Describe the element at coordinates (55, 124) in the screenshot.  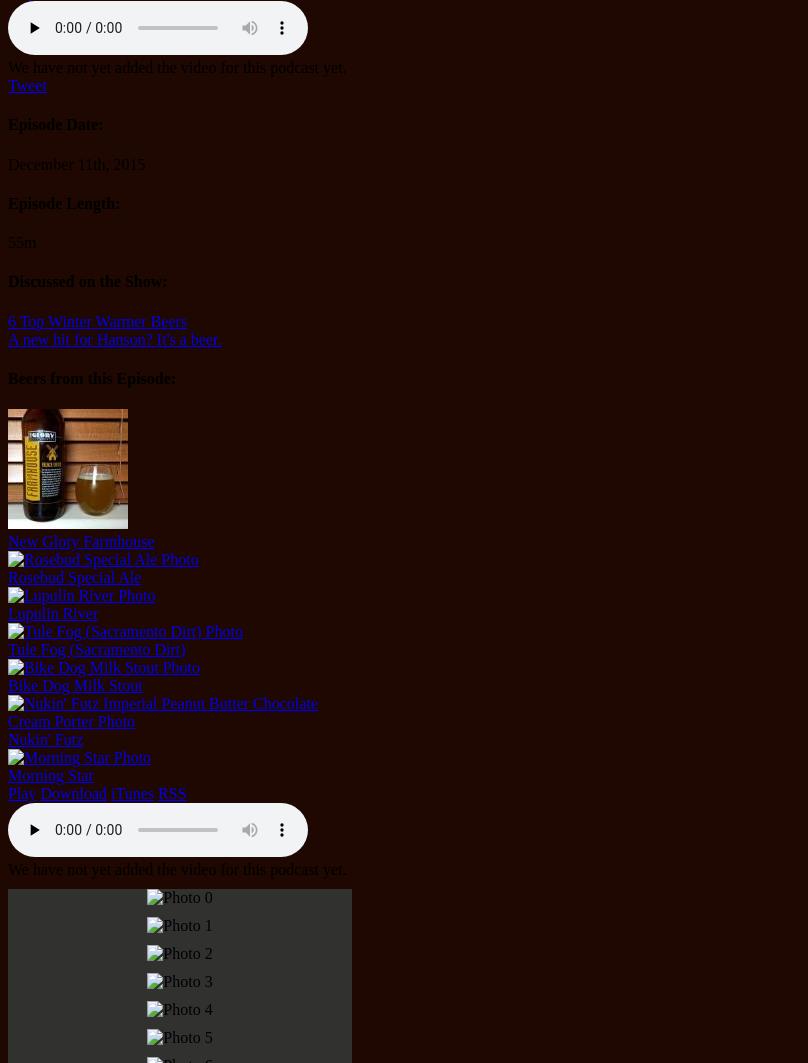
I see `'Episode Date:'` at that location.